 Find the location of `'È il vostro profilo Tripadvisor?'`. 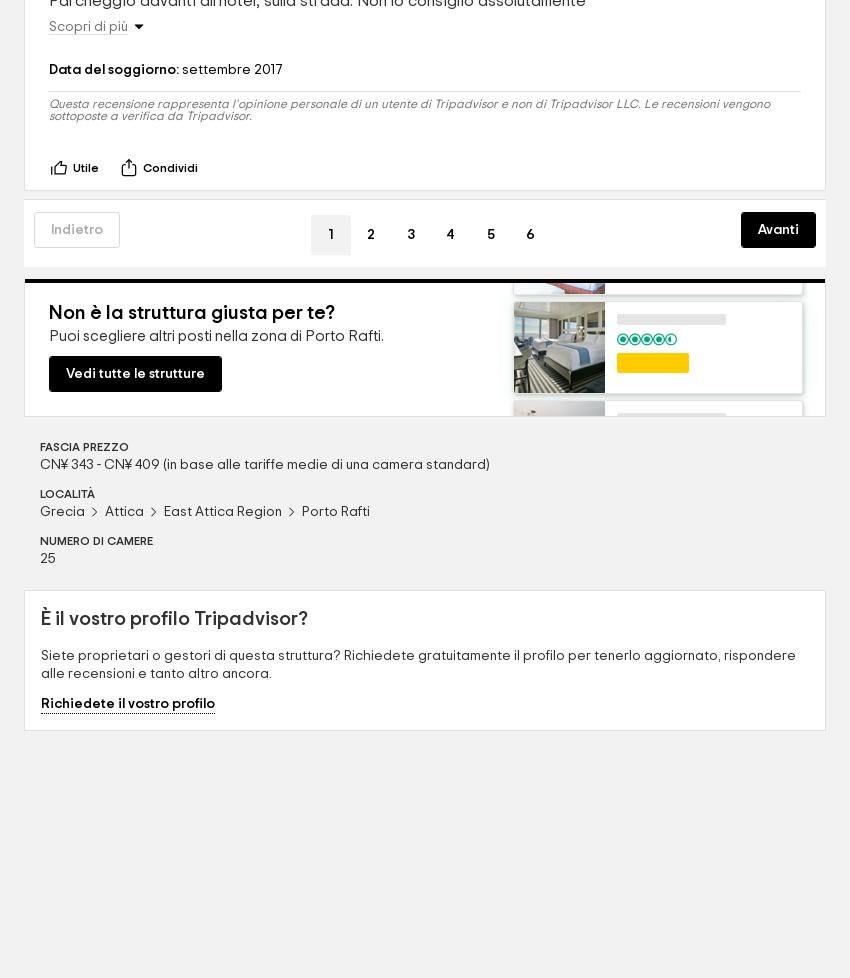

'È il vostro profilo Tripadvisor?' is located at coordinates (39, 618).